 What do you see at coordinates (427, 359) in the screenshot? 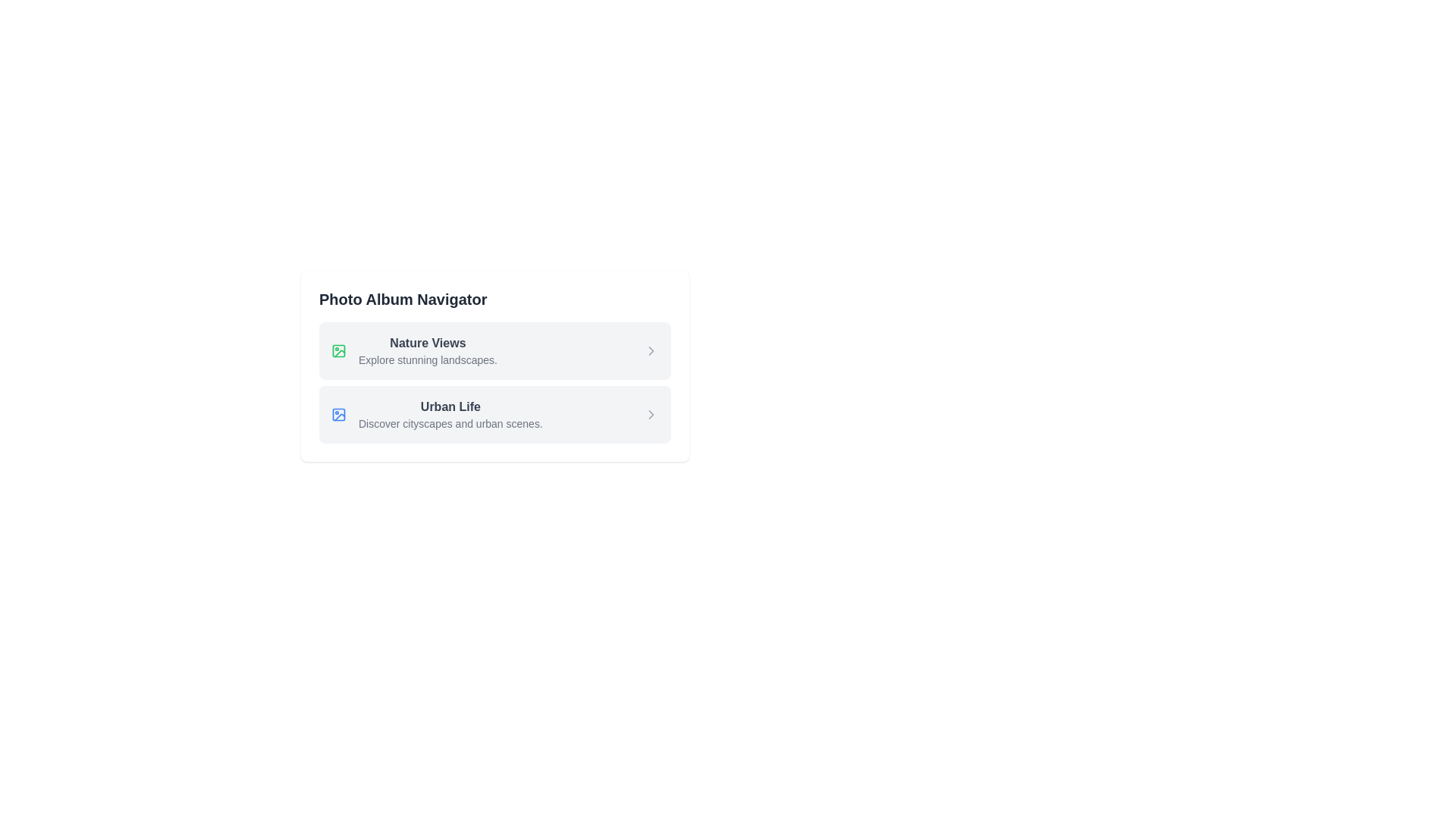
I see `the static text label reading 'Explore stunning landscapes.' which is styled with a smaller gray font and located below the bold text 'Nature Views'` at bounding box center [427, 359].